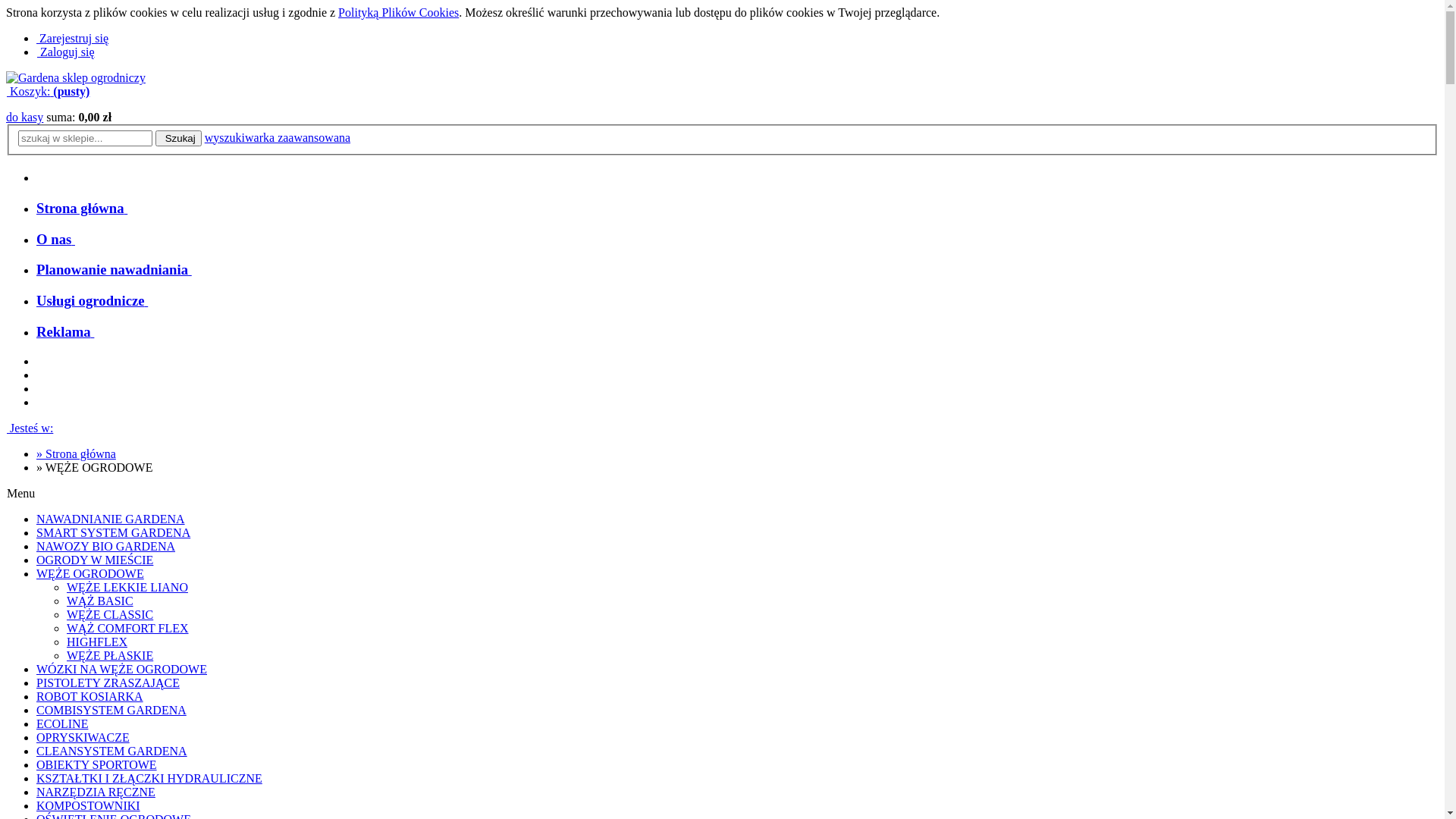  What do you see at coordinates (178, 138) in the screenshot?
I see `'Szukaj'` at bounding box center [178, 138].